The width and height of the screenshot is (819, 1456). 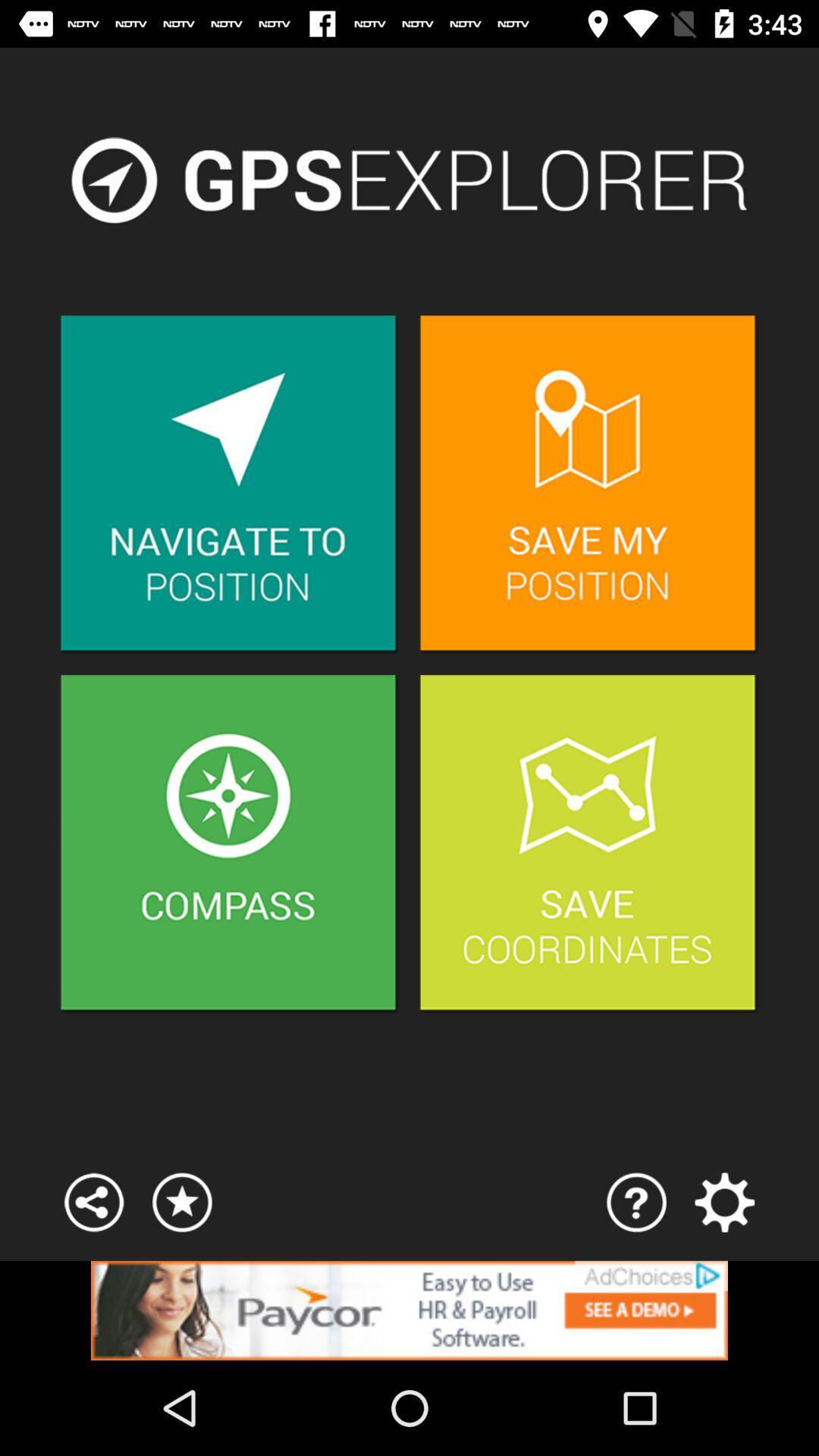 I want to click on compass, so click(x=230, y=843).